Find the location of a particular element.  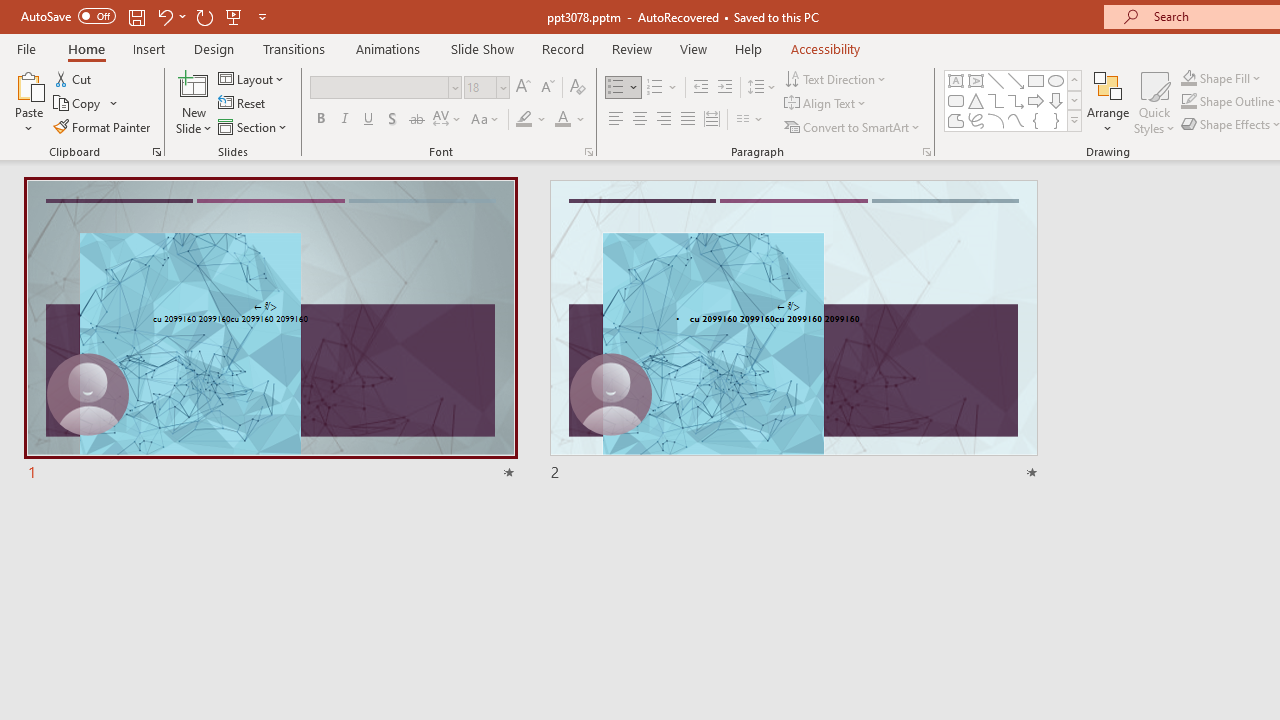

'Columns' is located at coordinates (749, 119).